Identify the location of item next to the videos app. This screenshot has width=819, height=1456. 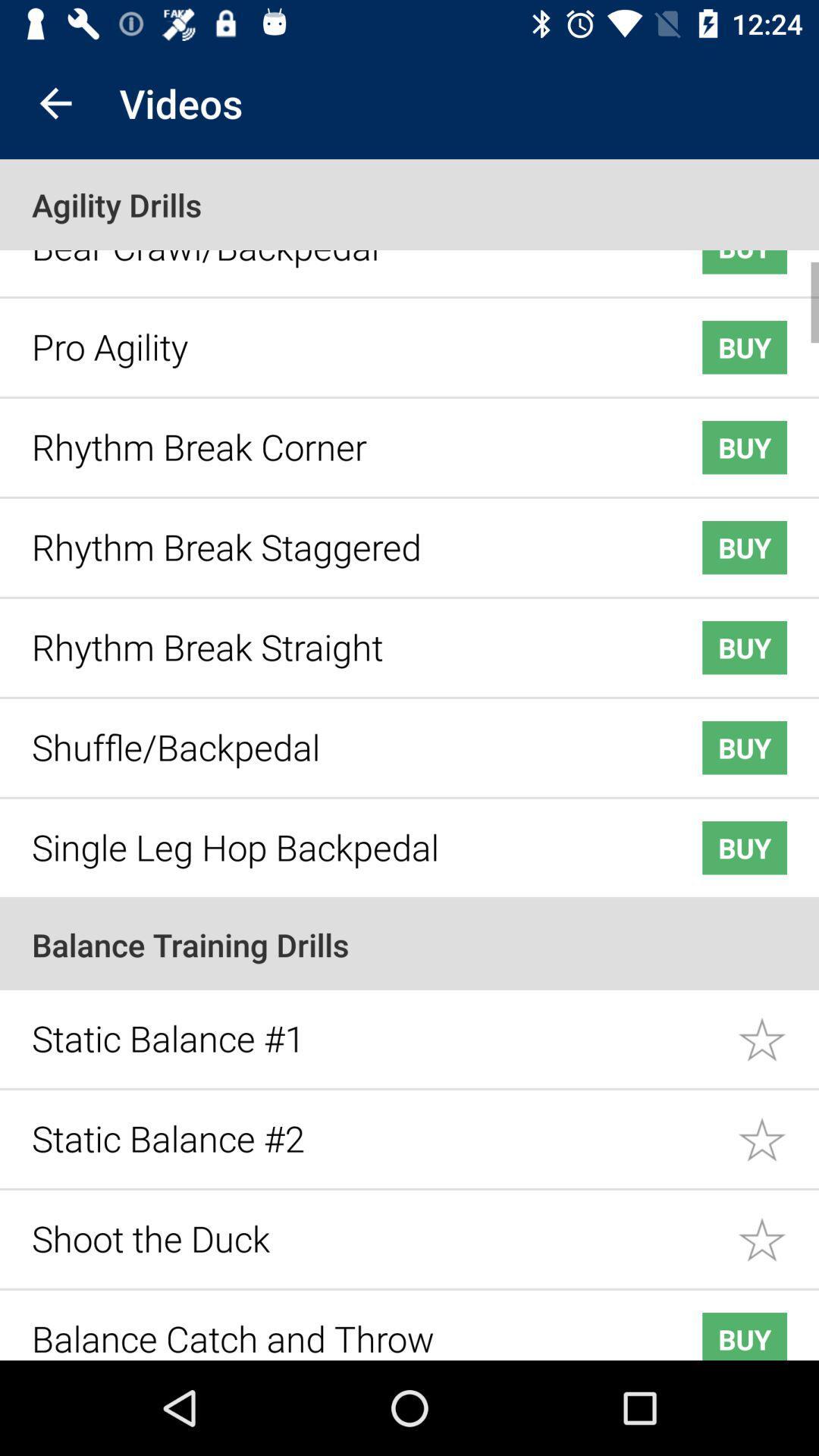
(55, 102).